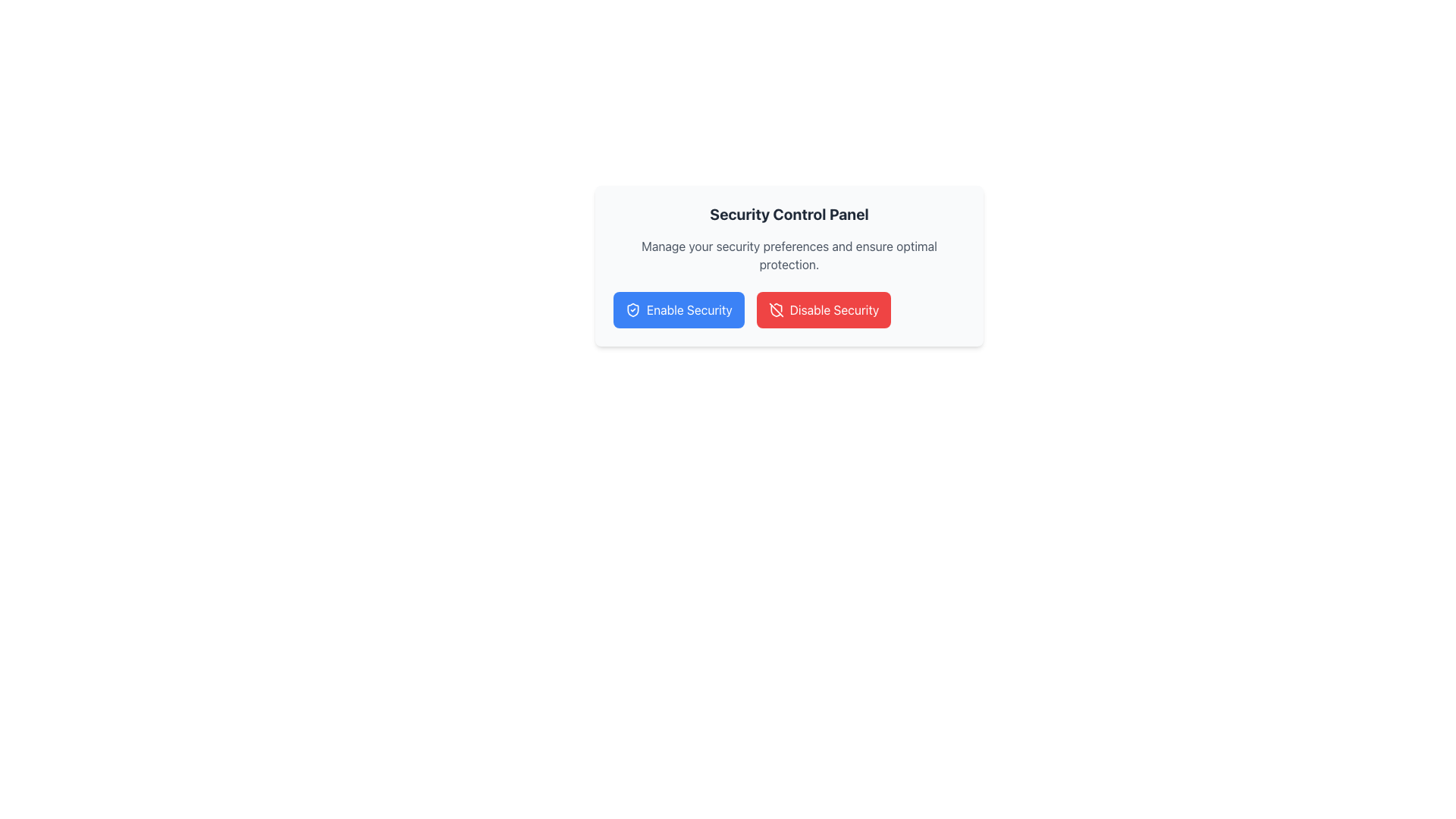 The image size is (1456, 819). Describe the element at coordinates (776, 309) in the screenshot. I see `the SVG Icon for the 'Disable Security' action, which is located to the left of the button's text and centered vertically within the button` at that location.